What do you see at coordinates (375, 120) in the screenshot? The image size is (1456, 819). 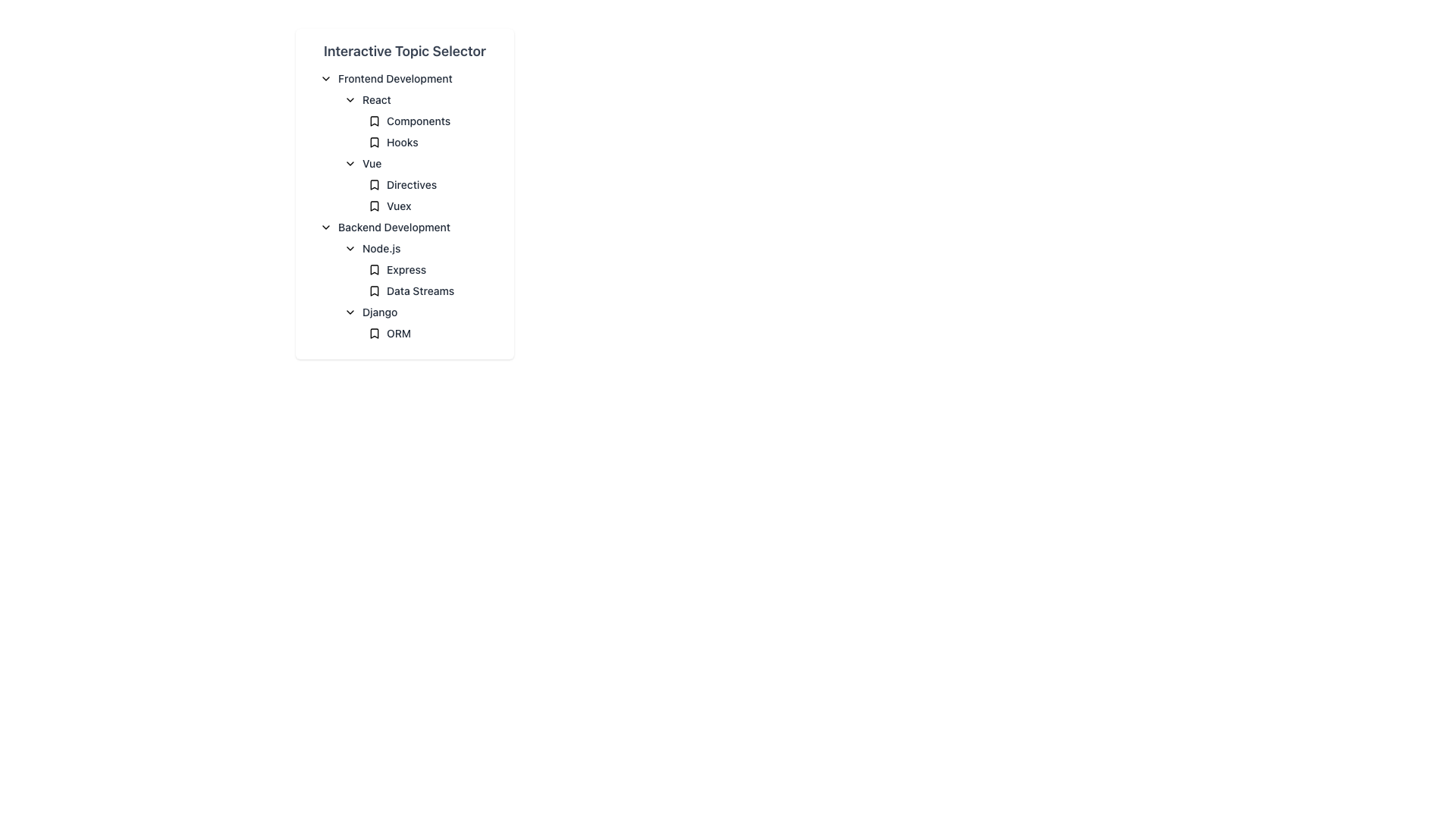 I see `the bookmark-shaped icon located to the left of the 'Components' label in the 'React' category under 'Frontend Development' to interact with its attached function` at bounding box center [375, 120].